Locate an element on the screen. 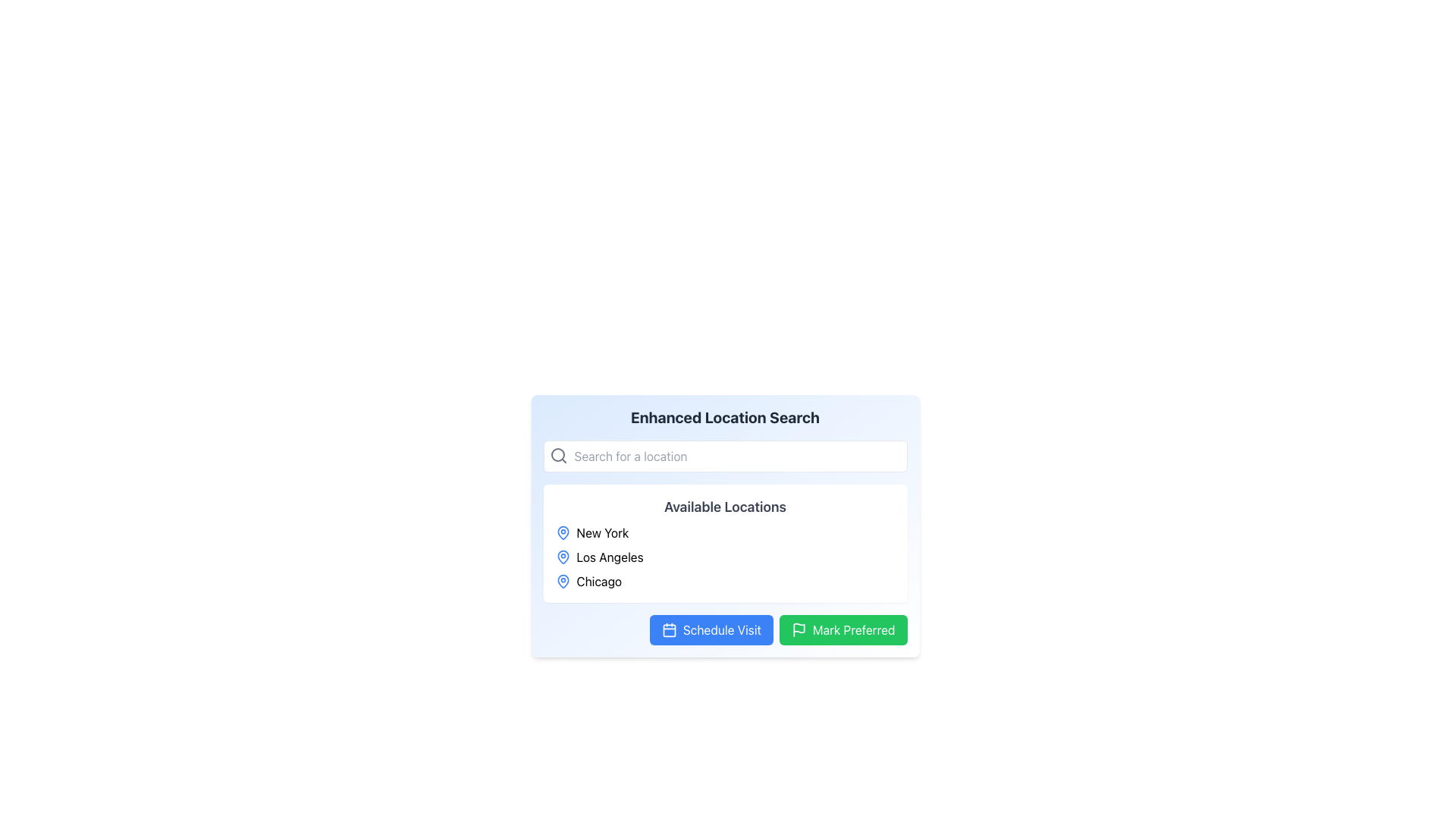  to select the location named 'Chicago', which is the third item in a vertical list of locations is located at coordinates (724, 581).